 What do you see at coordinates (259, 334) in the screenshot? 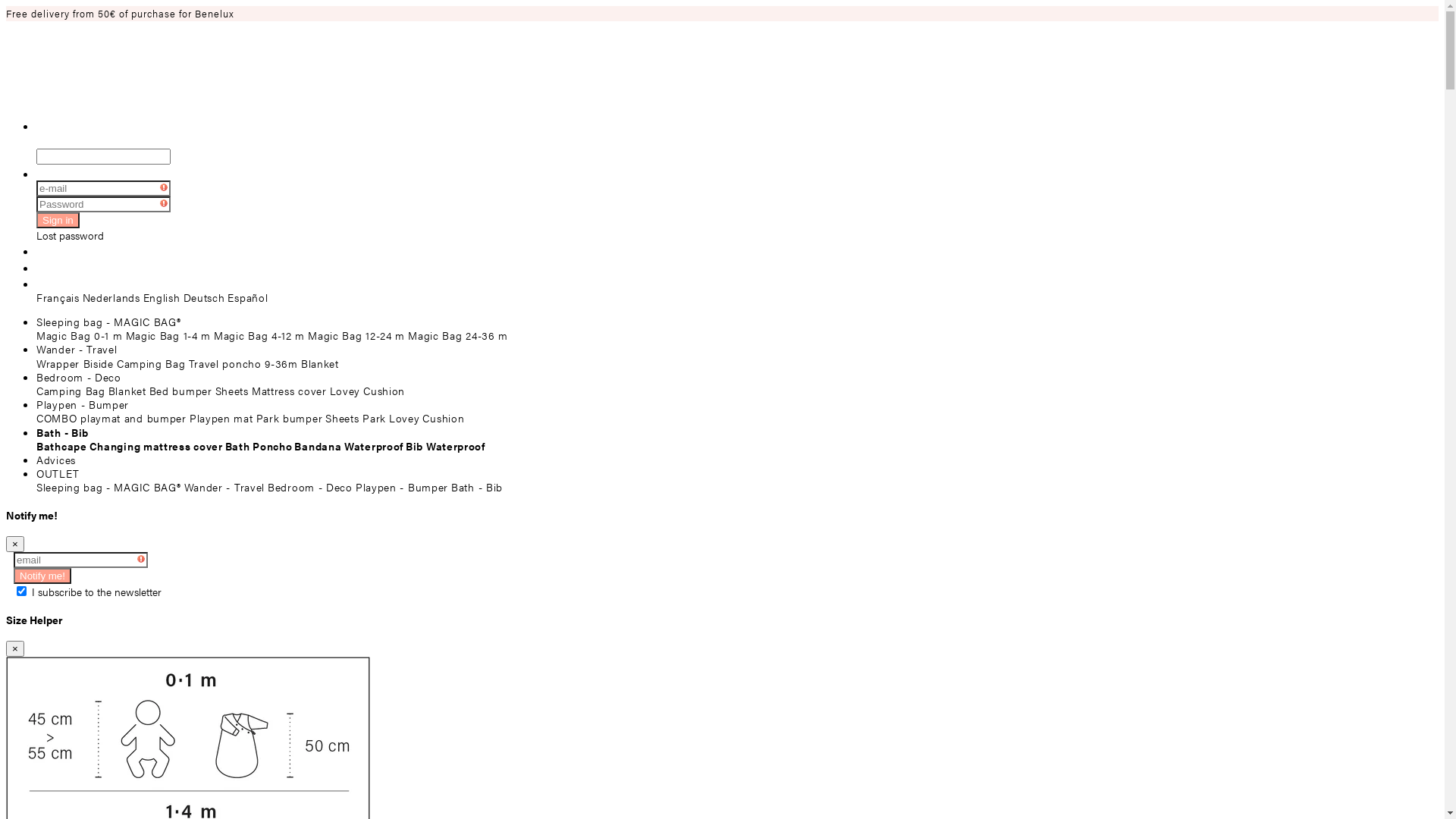
I see `'Magic Bag 4-12 m'` at bounding box center [259, 334].